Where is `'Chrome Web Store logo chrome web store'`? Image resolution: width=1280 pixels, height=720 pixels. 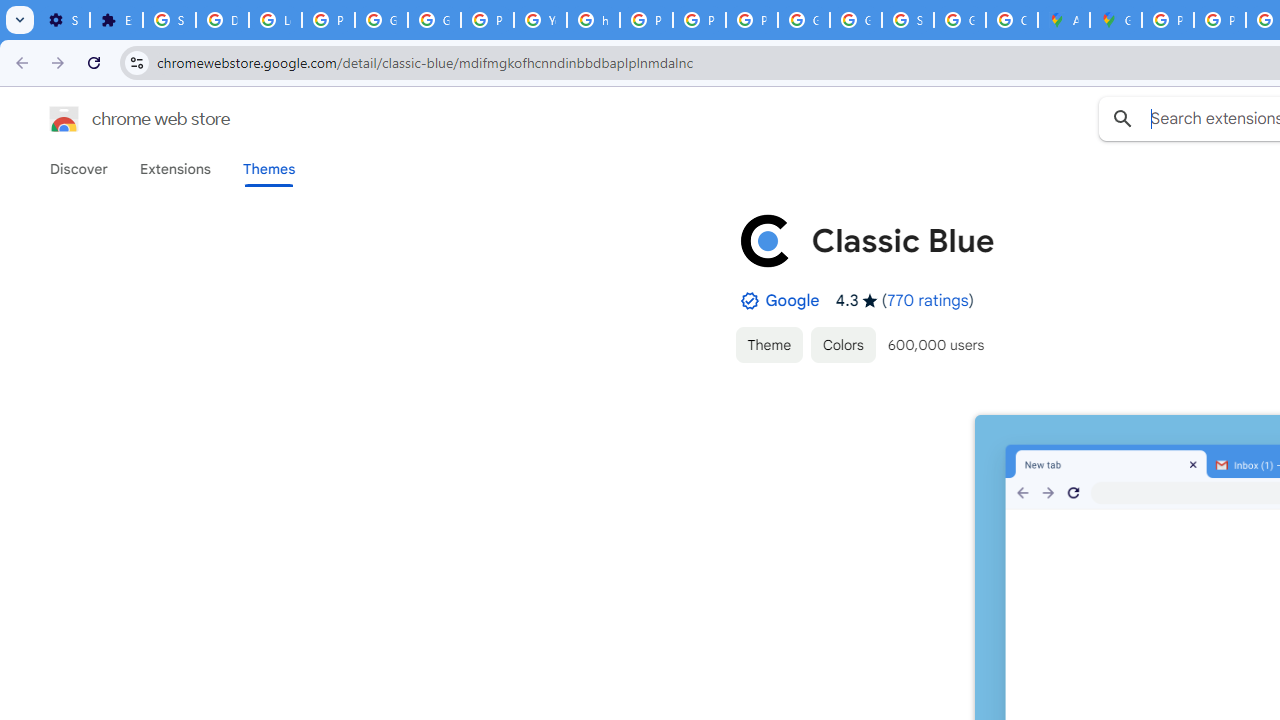 'Chrome Web Store logo chrome web store' is located at coordinates (118, 119).